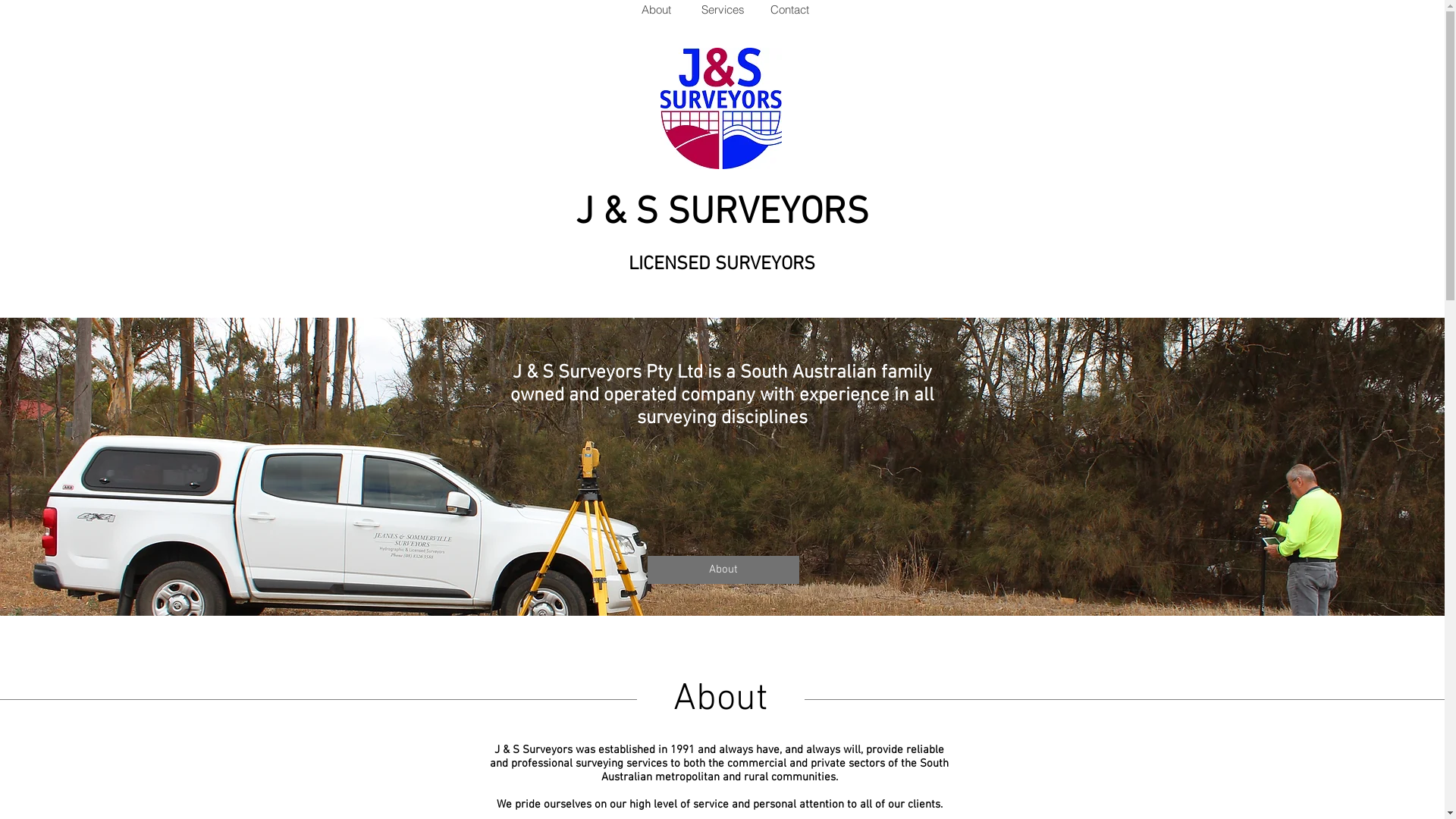 This screenshot has height=819, width=1456. I want to click on 'About', so click(723, 570).